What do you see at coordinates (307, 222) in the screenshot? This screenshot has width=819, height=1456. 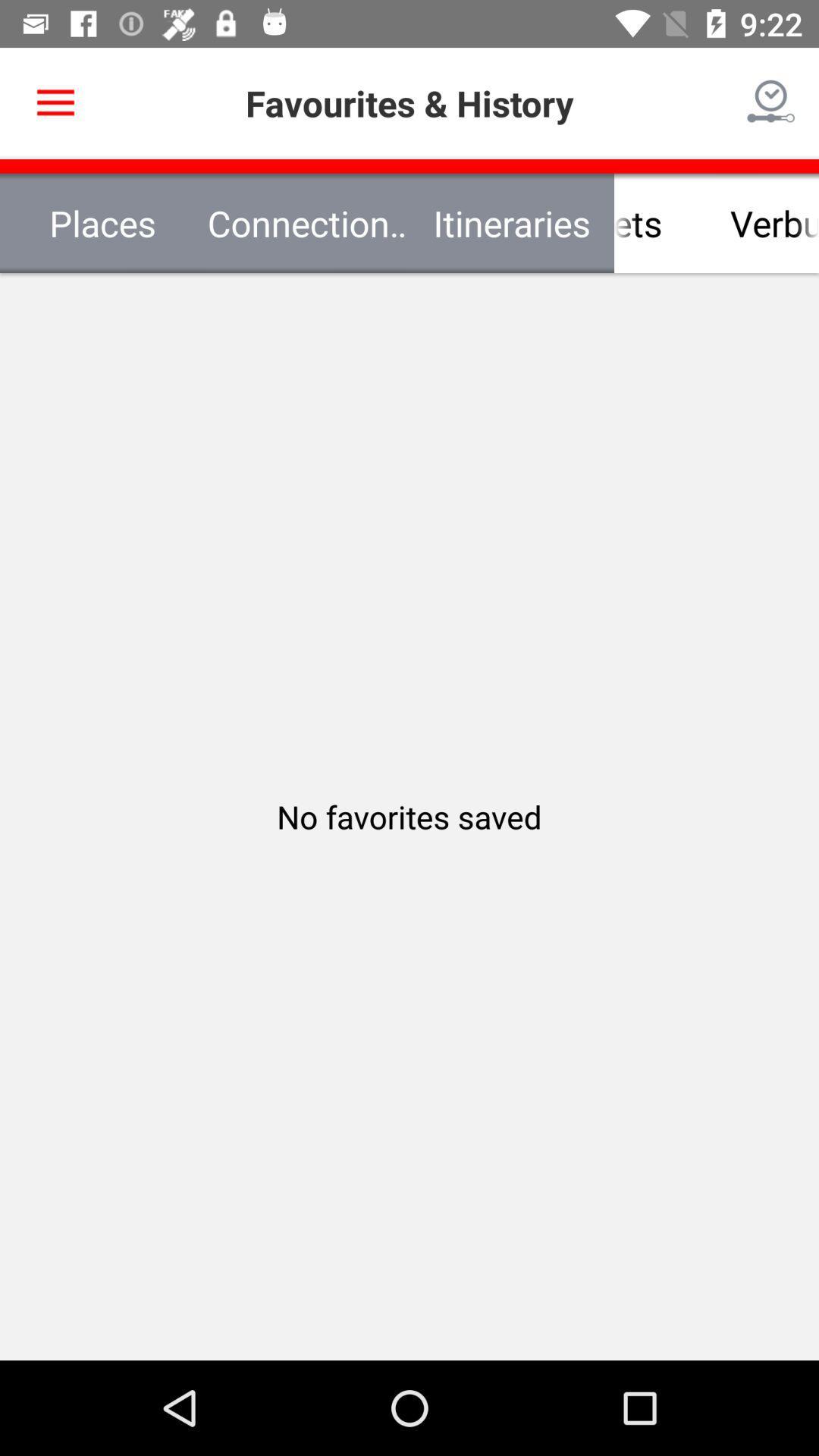 I see `the item to the left of itineraries icon` at bounding box center [307, 222].